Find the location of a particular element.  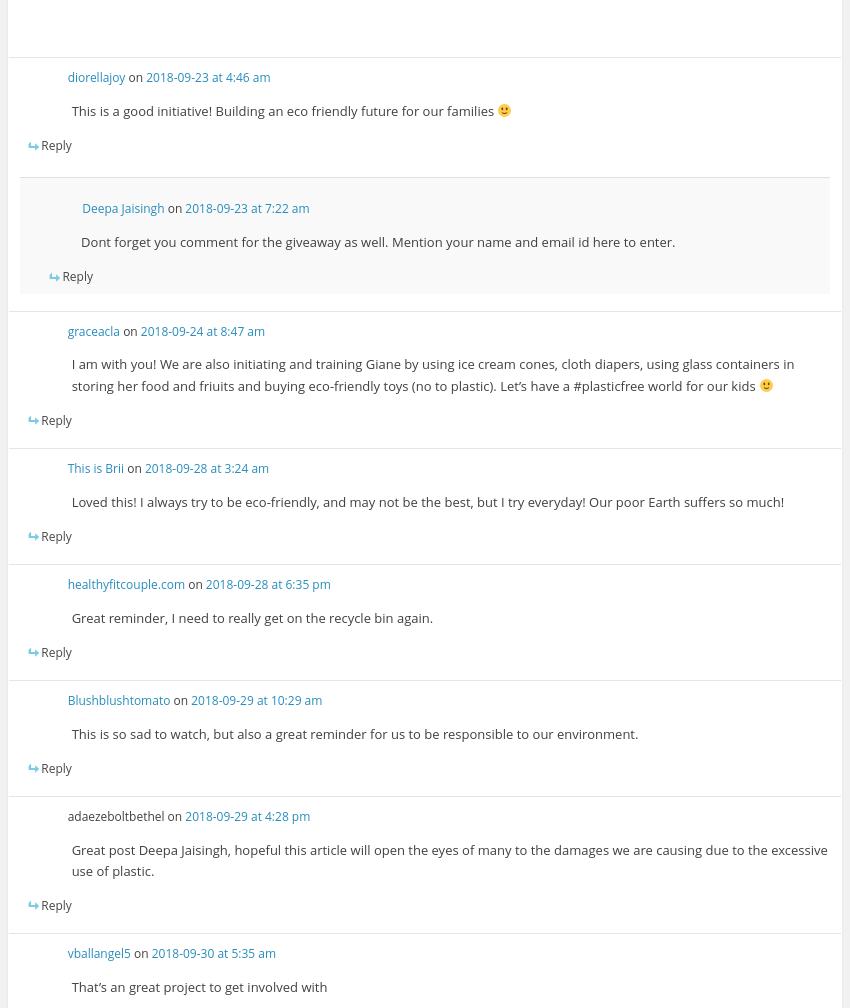

'2018-09-29 at 4:28 pm' is located at coordinates (247, 816).